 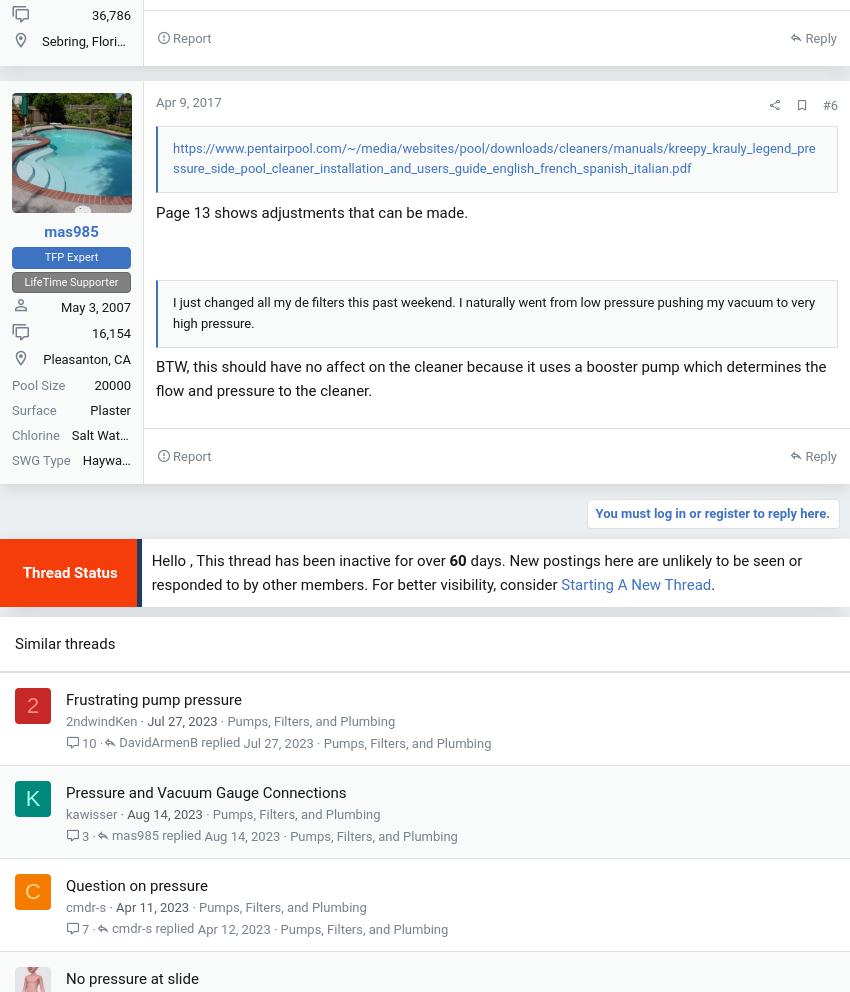 What do you see at coordinates (111, 384) in the screenshot?
I see `'20000'` at bounding box center [111, 384].